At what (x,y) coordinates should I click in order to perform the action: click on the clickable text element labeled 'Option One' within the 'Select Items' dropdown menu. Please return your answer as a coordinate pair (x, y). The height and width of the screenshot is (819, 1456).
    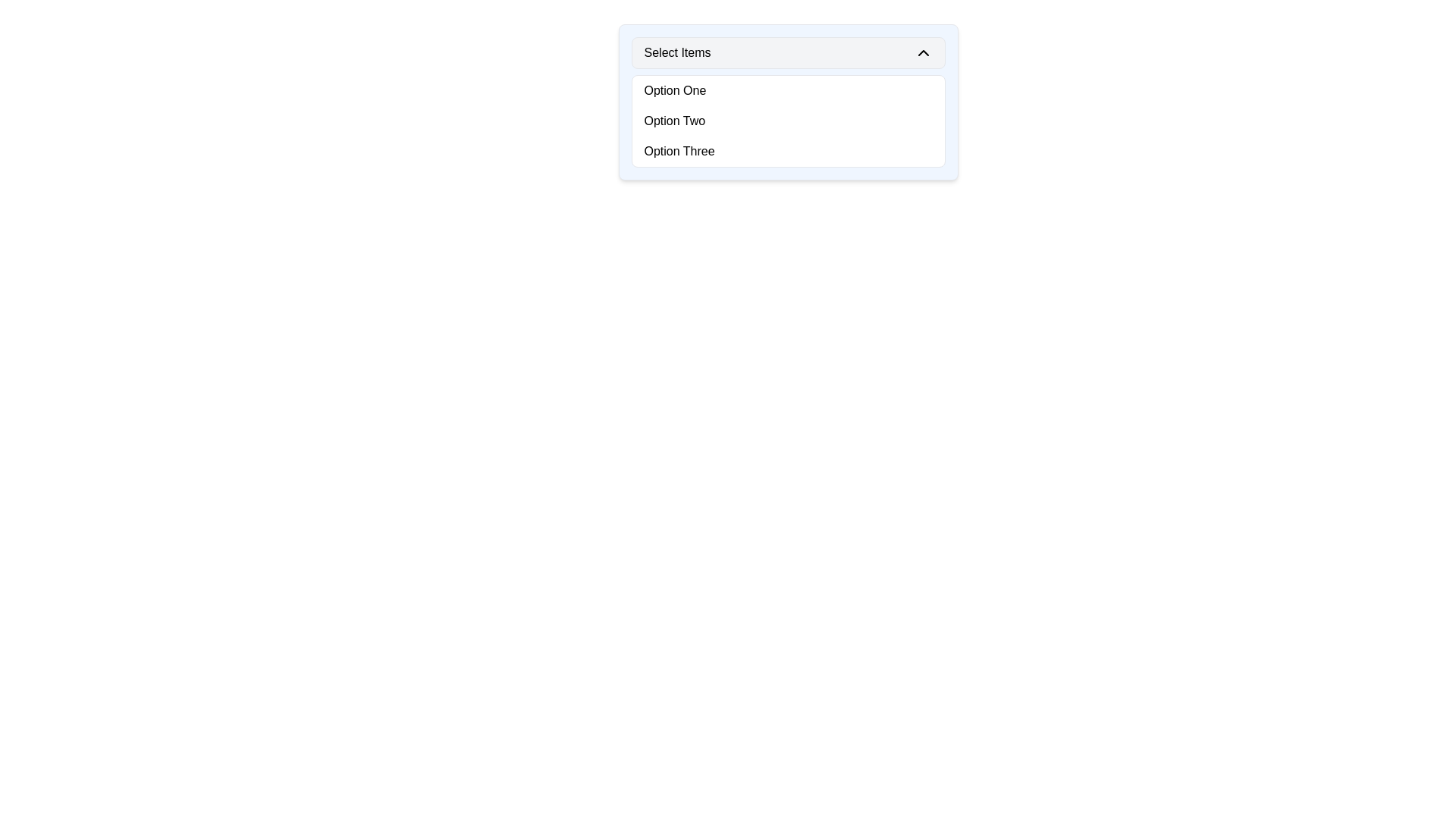
    Looking at the image, I should click on (674, 90).